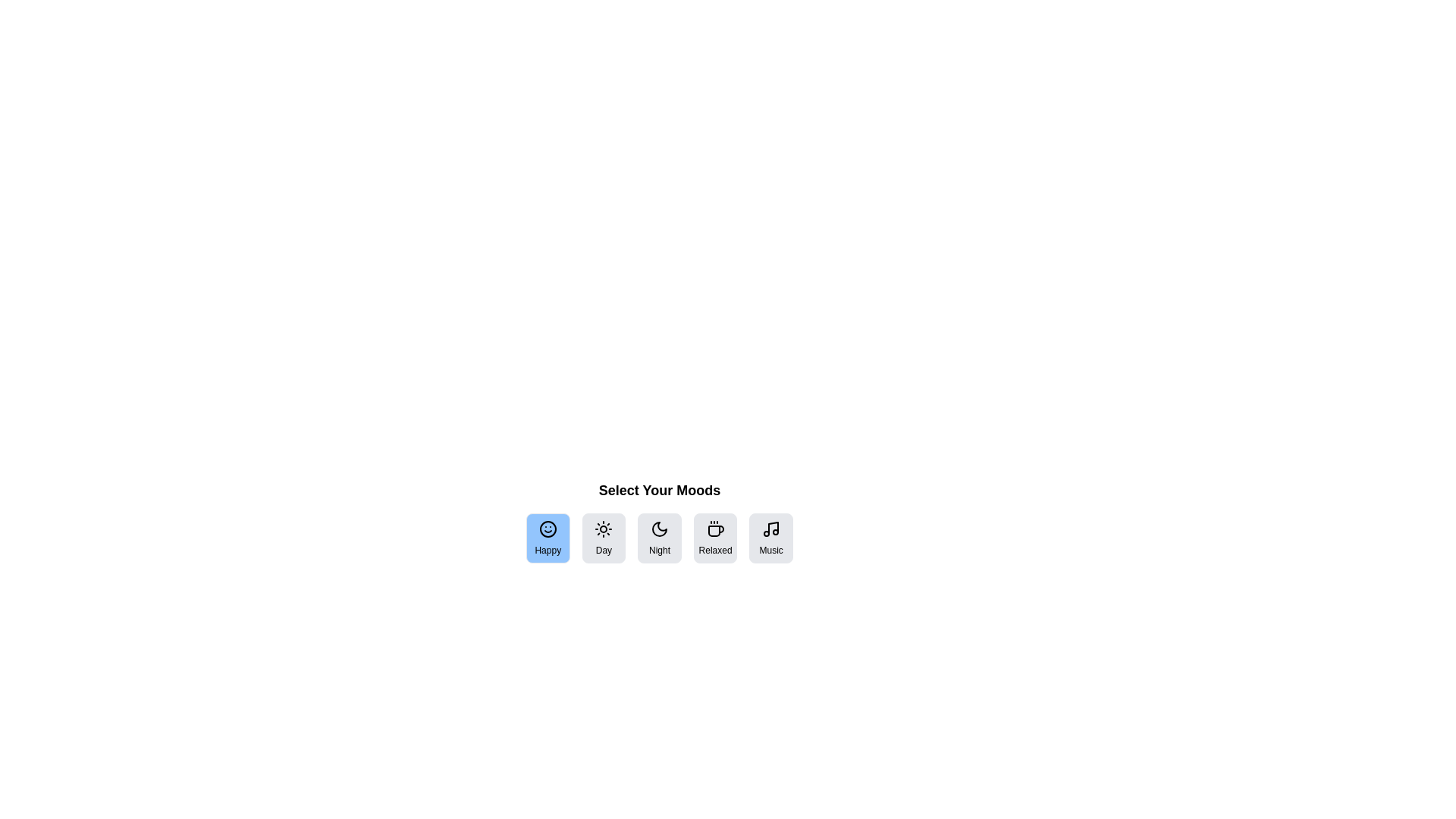  I want to click on the 'Happy' mood button, which is the first button in a grid under the 'Select Your Moods' header, so click(547, 537).